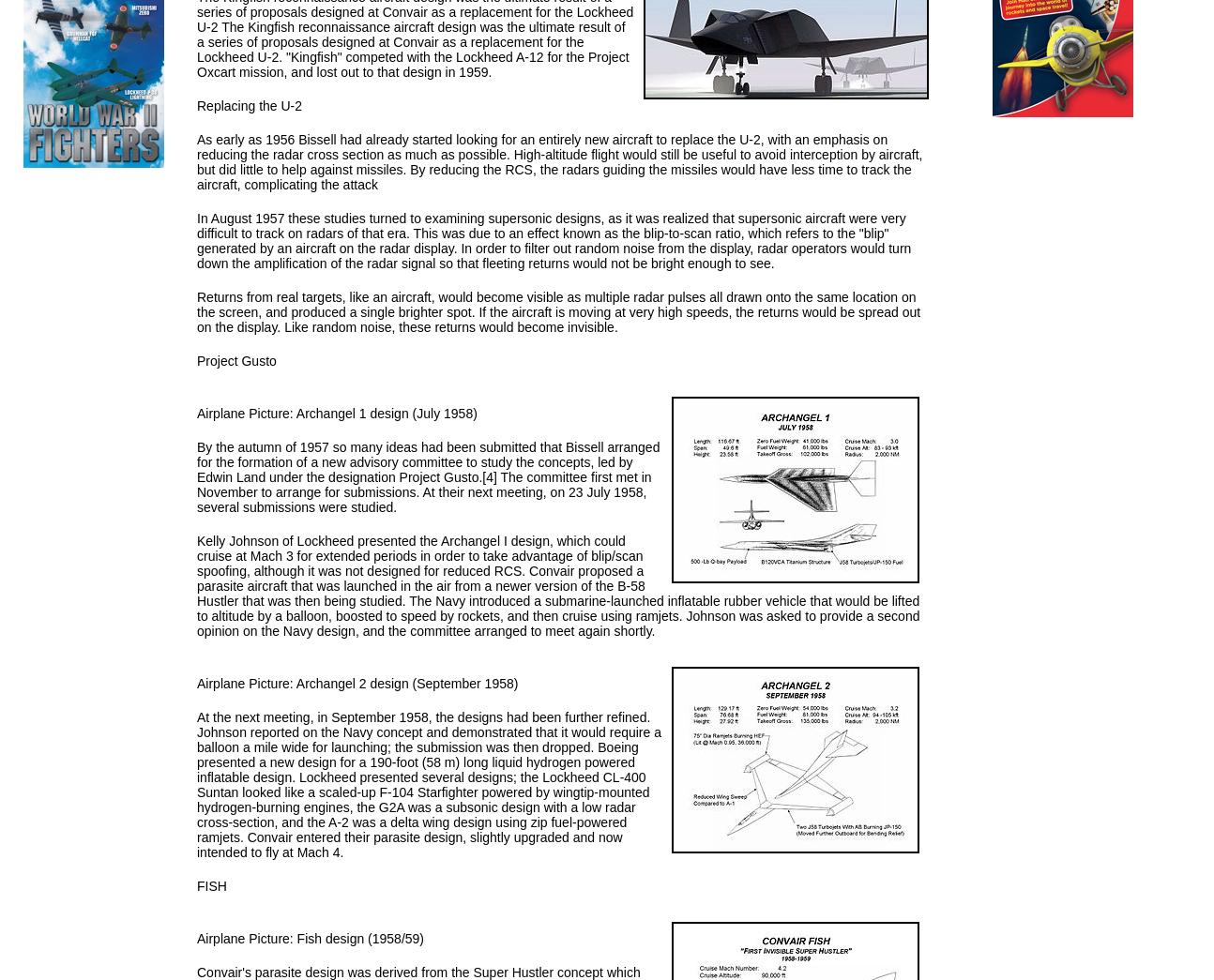  Describe the element at coordinates (311, 939) in the screenshot. I see `'Airplane Picture: Fish design (1958/59)'` at that location.